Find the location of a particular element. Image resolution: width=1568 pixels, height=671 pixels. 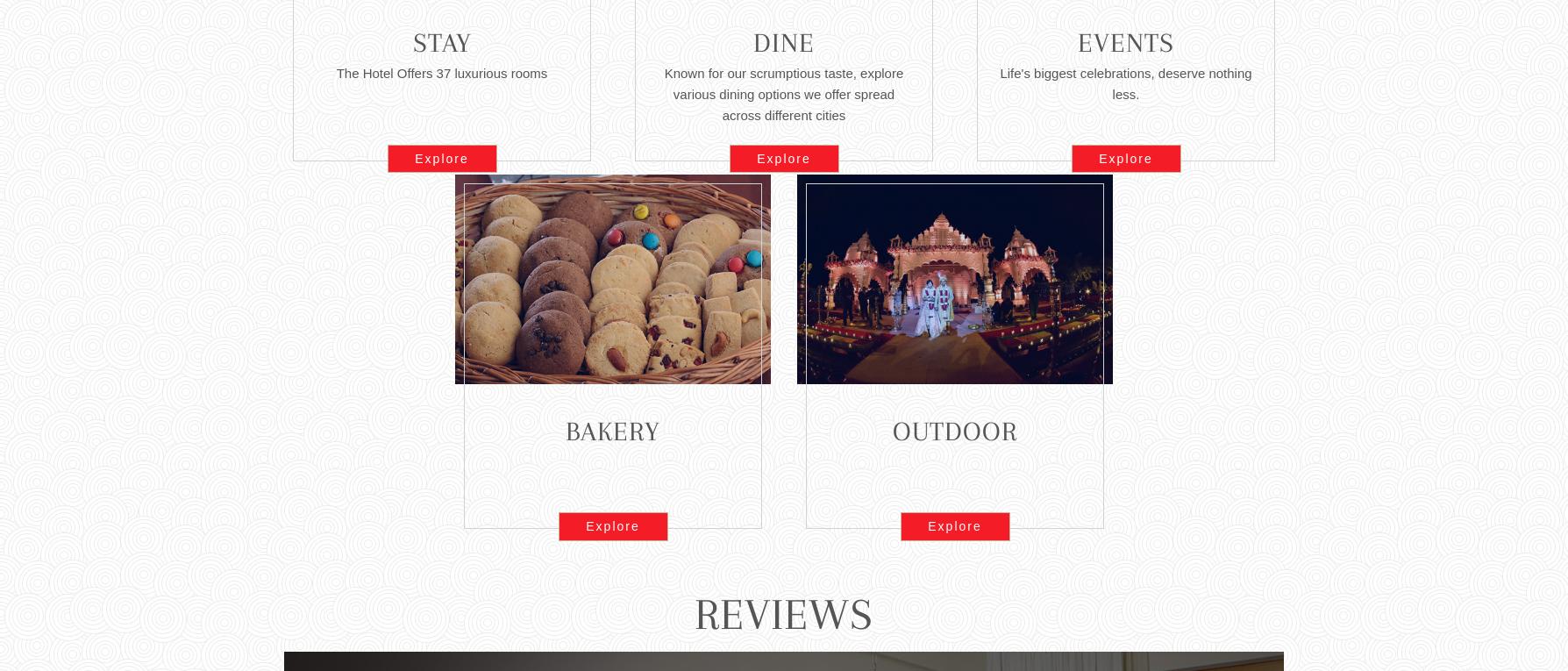

'Known for our scrumptious taste, explore various dining options we offer spread across different cities' is located at coordinates (782, 92).